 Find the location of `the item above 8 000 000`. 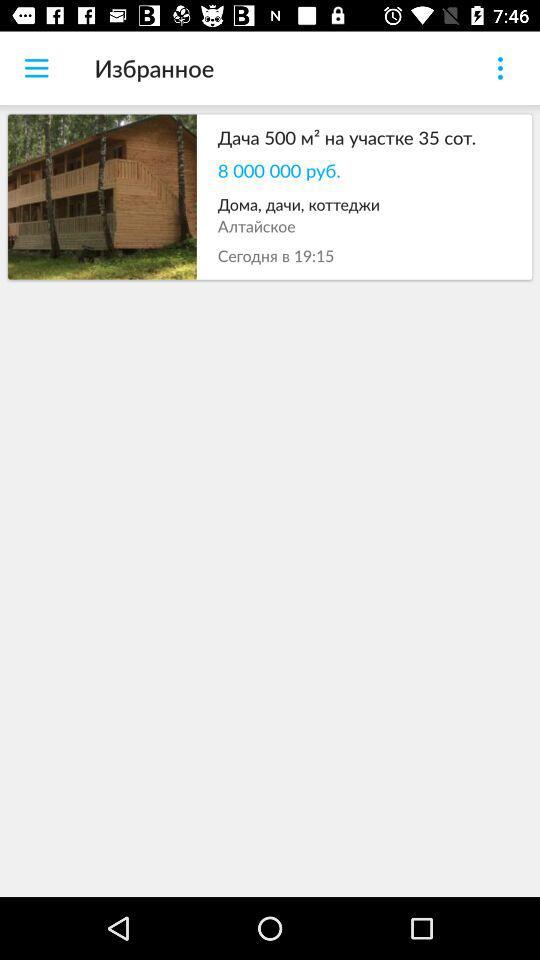

the item above 8 000 000 is located at coordinates (363, 136).